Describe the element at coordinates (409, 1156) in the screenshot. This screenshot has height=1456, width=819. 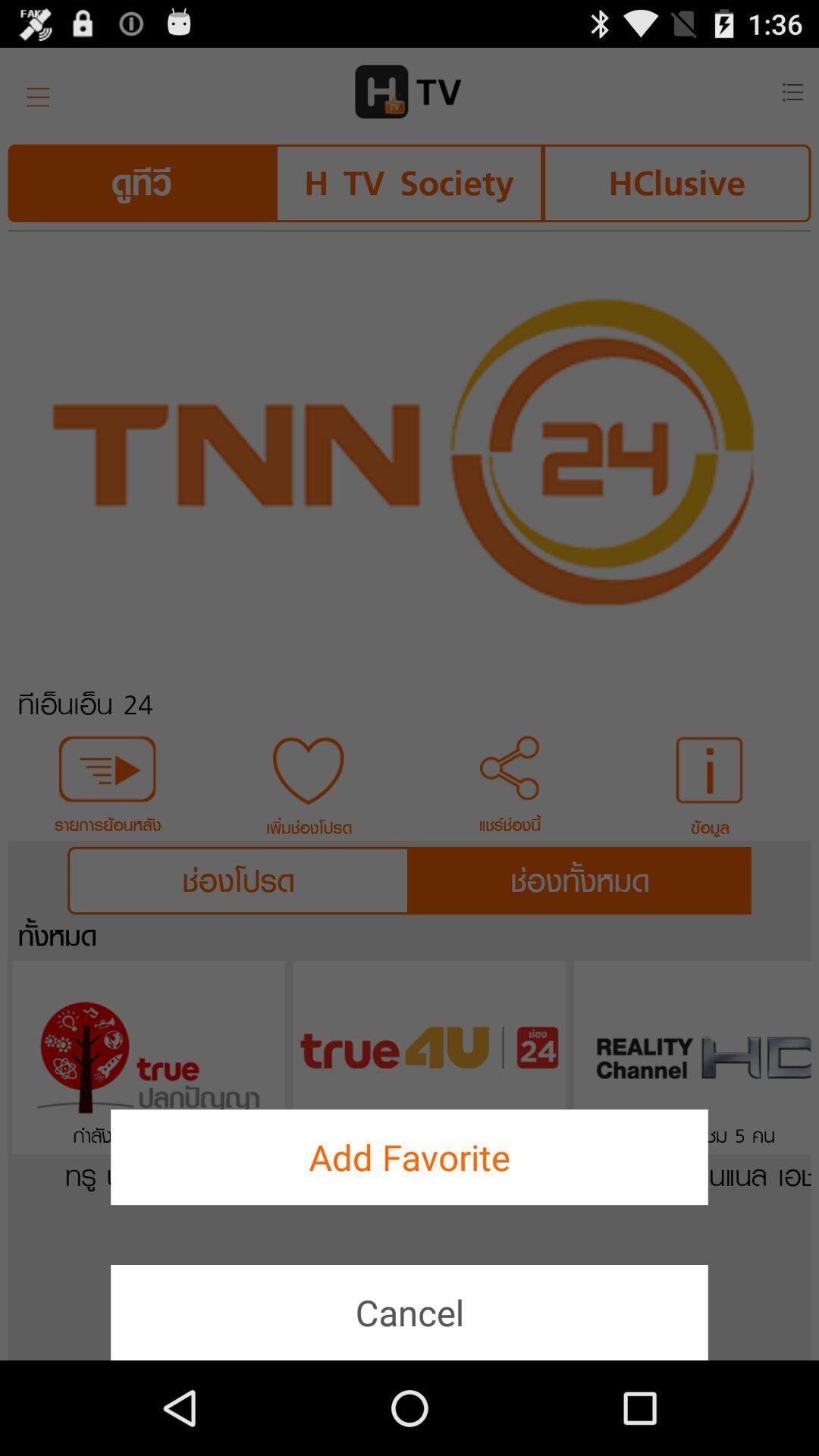
I see `add favorite button` at that location.